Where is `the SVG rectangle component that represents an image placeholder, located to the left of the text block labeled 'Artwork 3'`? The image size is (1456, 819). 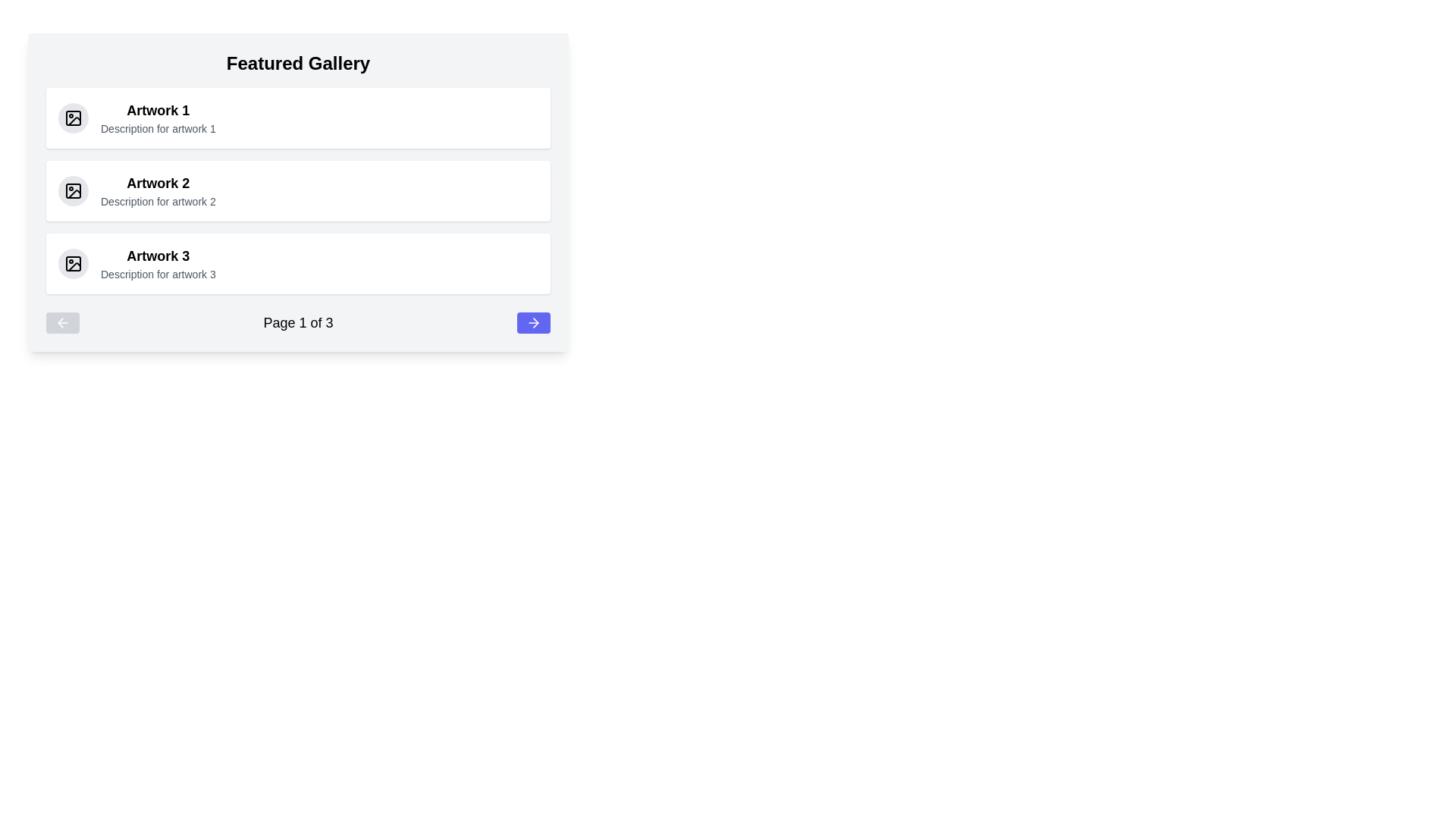 the SVG rectangle component that represents an image placeholder, located to the left of the text block labeled 'Artwork 3' is located at coordinates (72, 262).